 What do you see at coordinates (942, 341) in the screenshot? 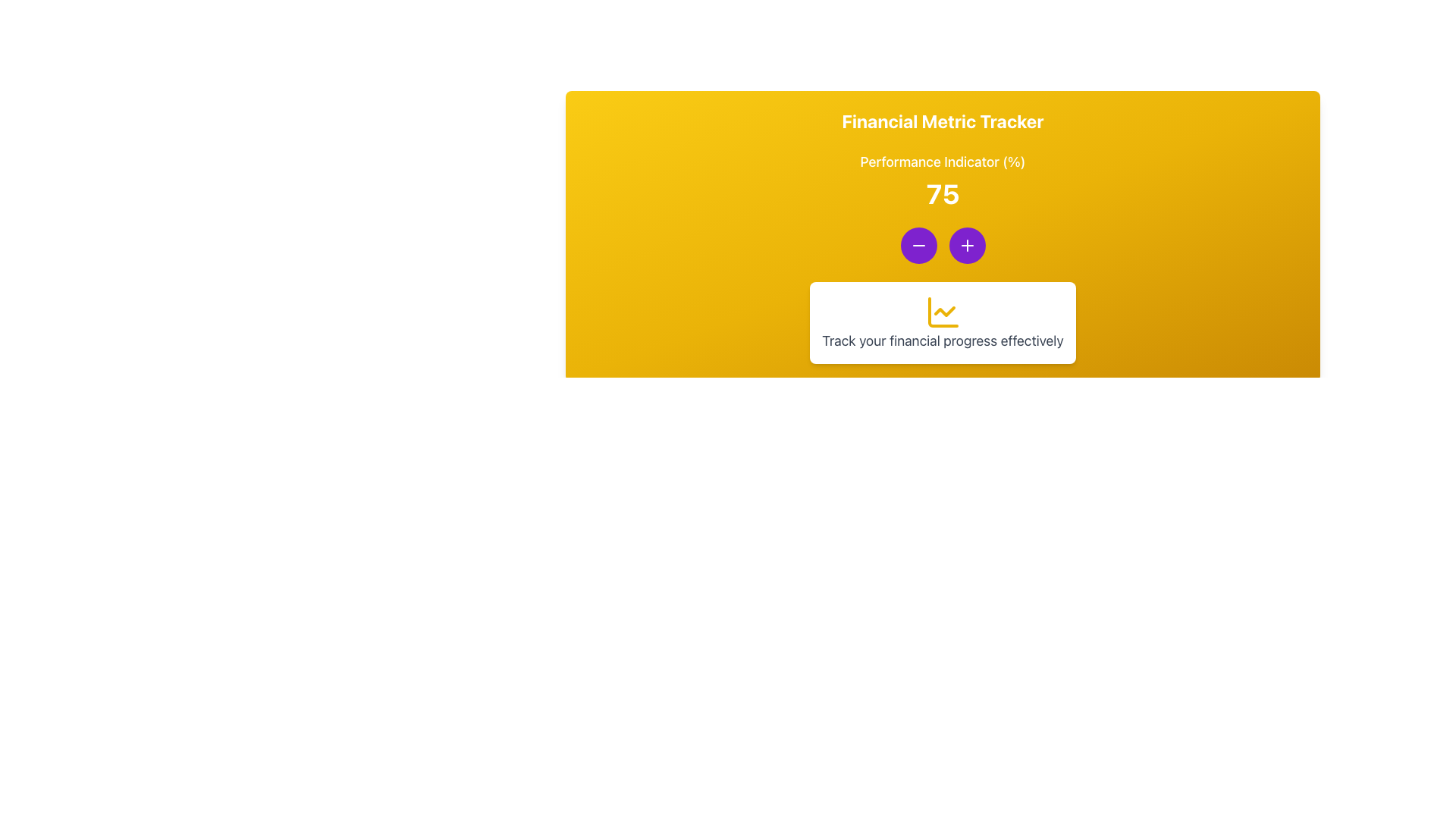
I see `the descriptive label located at the bottom of the white rounded card, which provides context related to tracking financial progress` at bounding box center [942, 341].